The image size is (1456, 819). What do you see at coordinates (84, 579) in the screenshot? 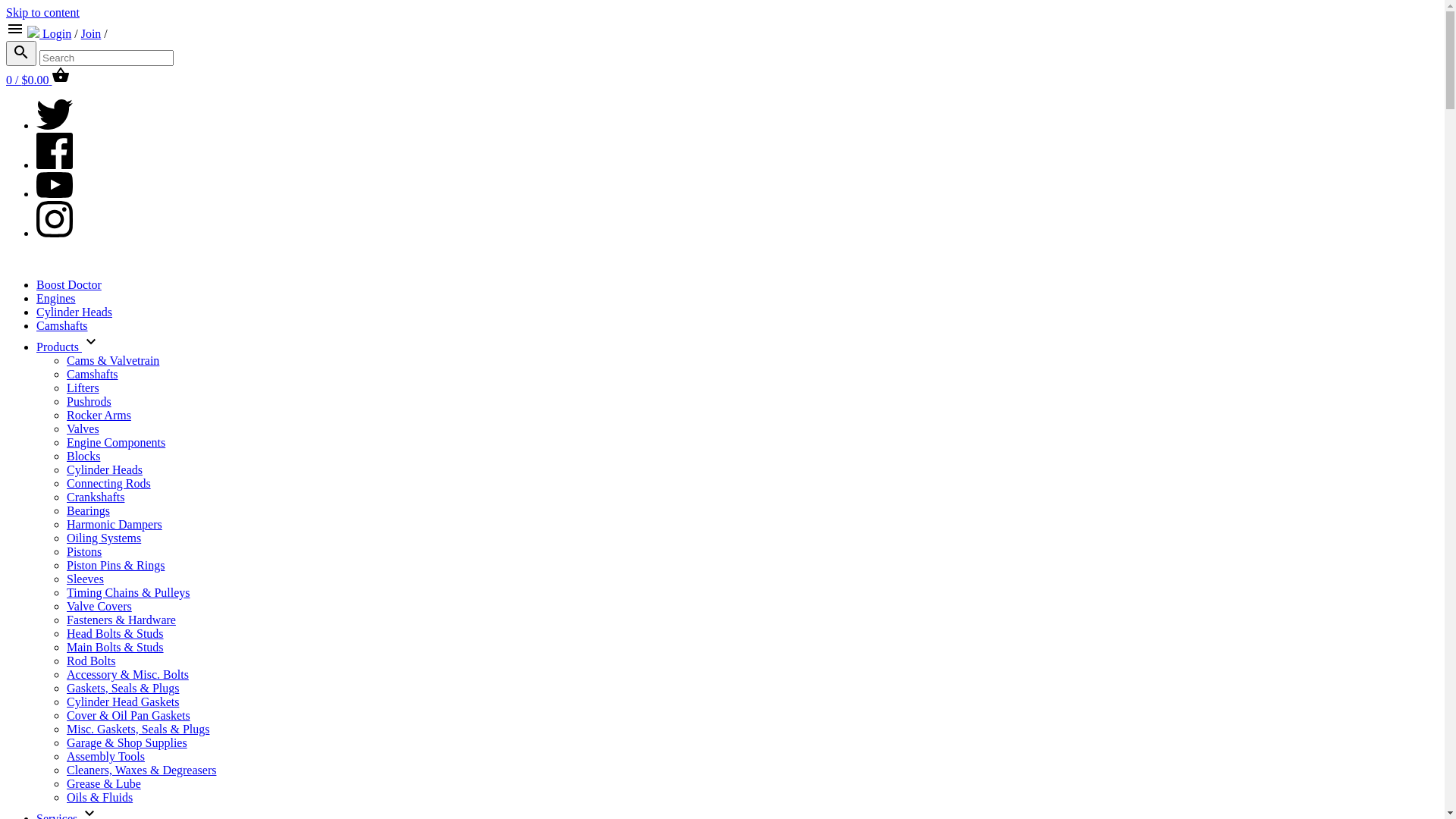
I see `'Sleeves'` at bounding box center [84, 579].